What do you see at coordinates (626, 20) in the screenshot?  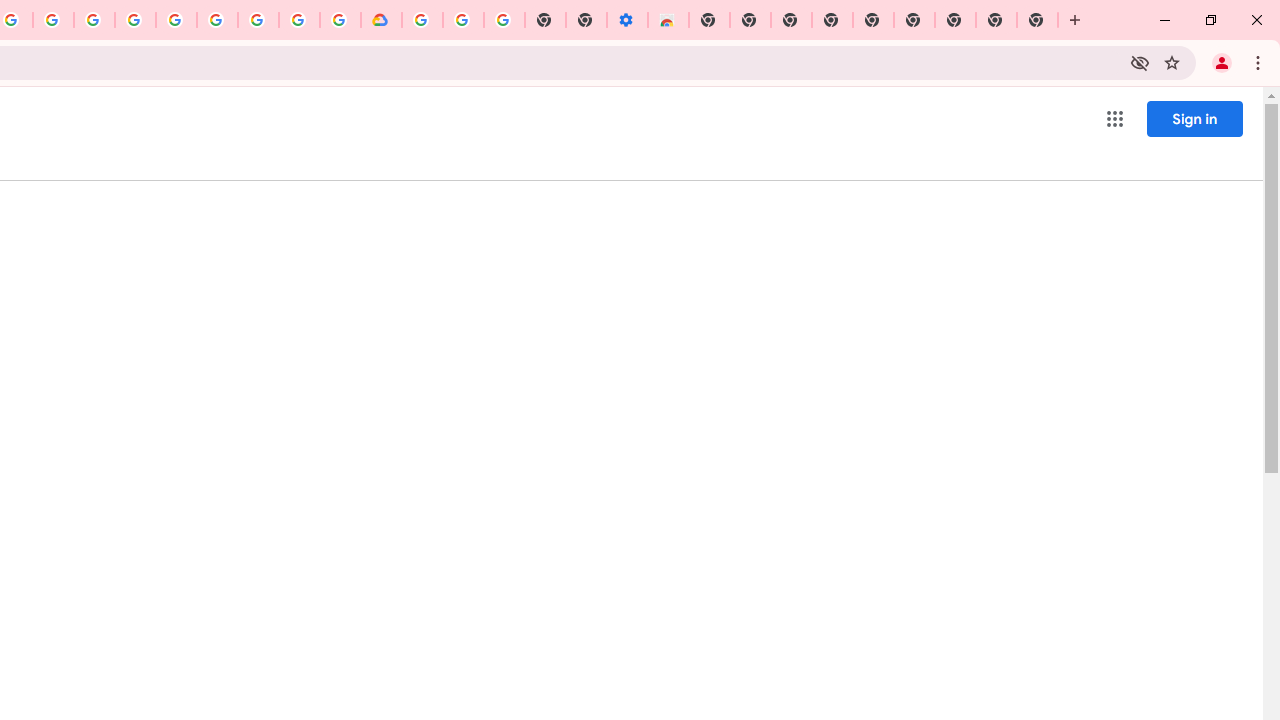 I see `'Settings - Accessibility'` at bounding box center [626, 20].